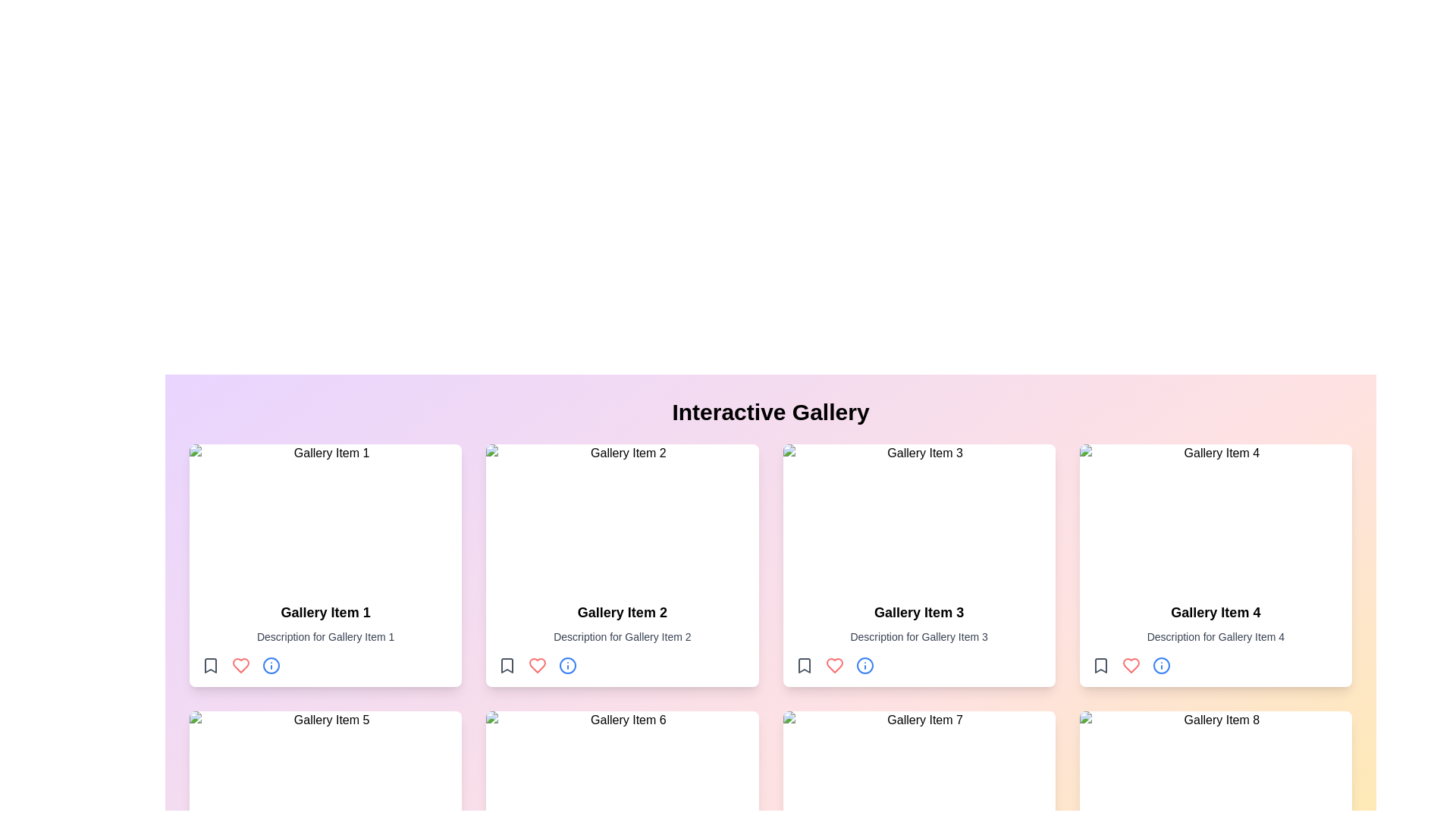 This screenshot has width=1456, height=819. Describe the element at coordinates (240, 665) in the screenshot. I see `the heart icon button that represents the action to 'like' or mark the corresponding gallery item as a favorite, located in the first gallery card at the bottom, between the bookmark icon on the left and the info icon on the right` at that location.